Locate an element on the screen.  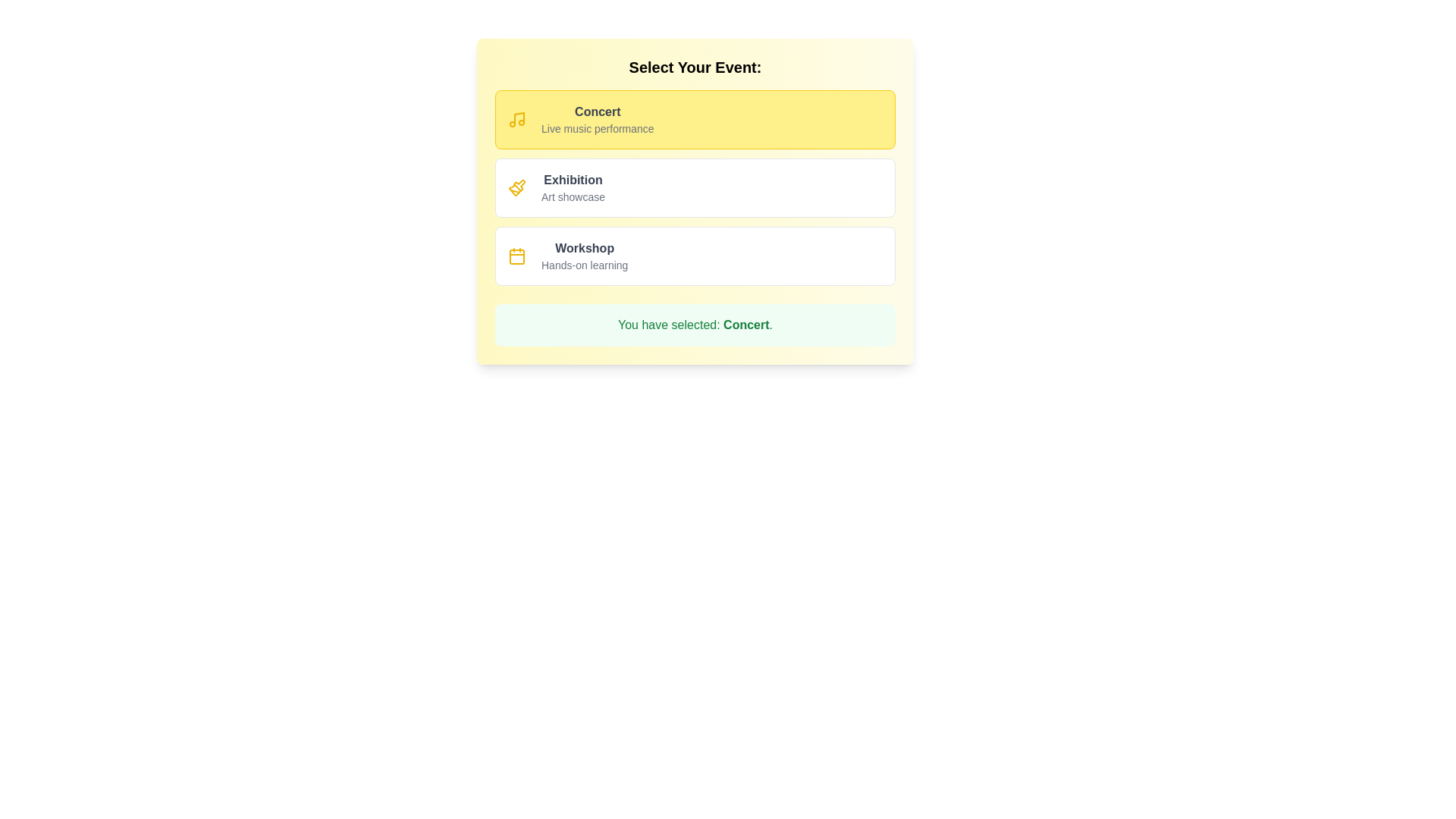
the yellow calendar icon located to the left of the 'Workshop' text, which is positioned at the start of the third entry in the event selection list is located at coordinates (520, 256).